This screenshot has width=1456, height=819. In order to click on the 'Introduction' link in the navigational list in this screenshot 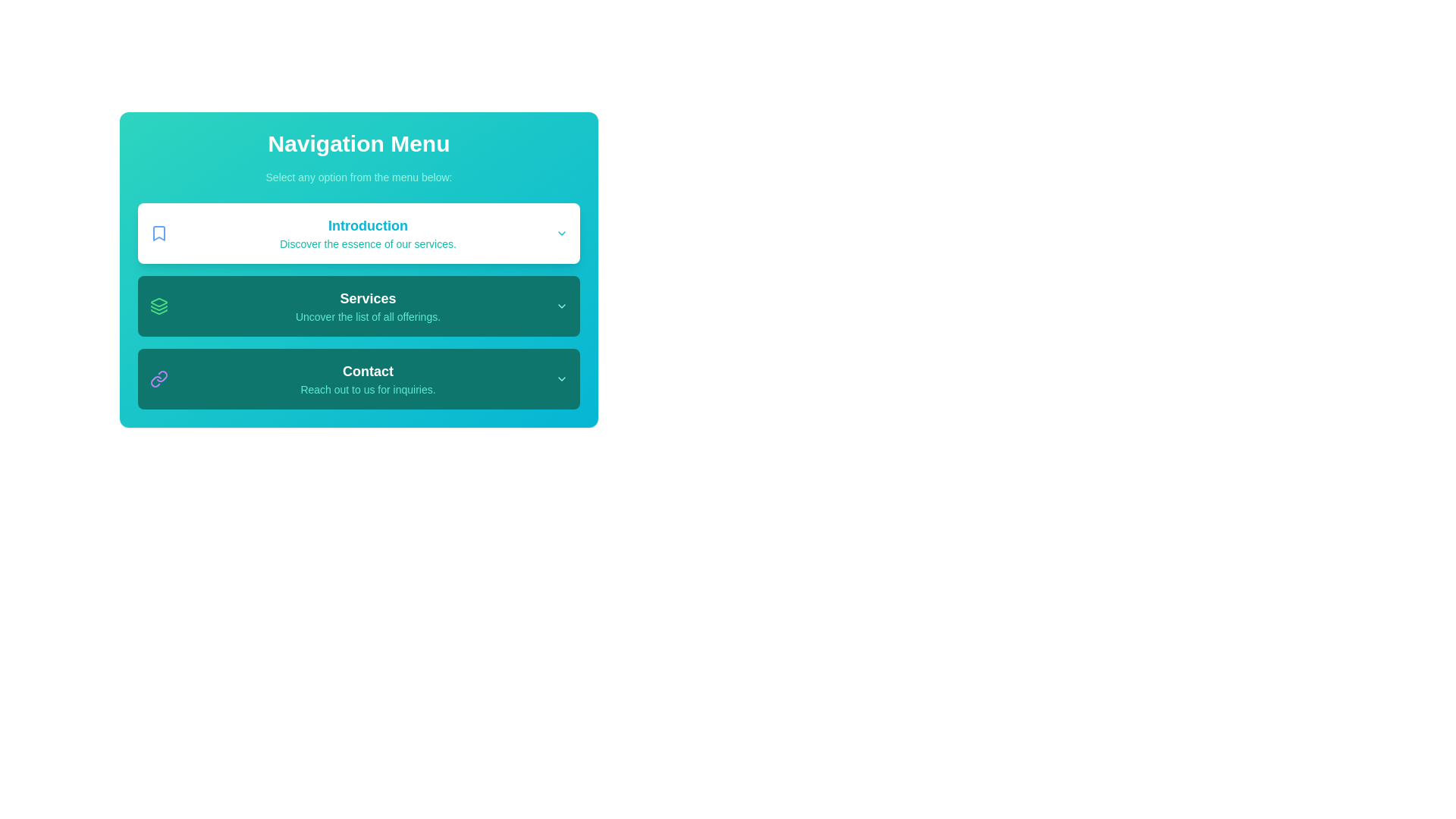, I will do `click(358, 234)`.